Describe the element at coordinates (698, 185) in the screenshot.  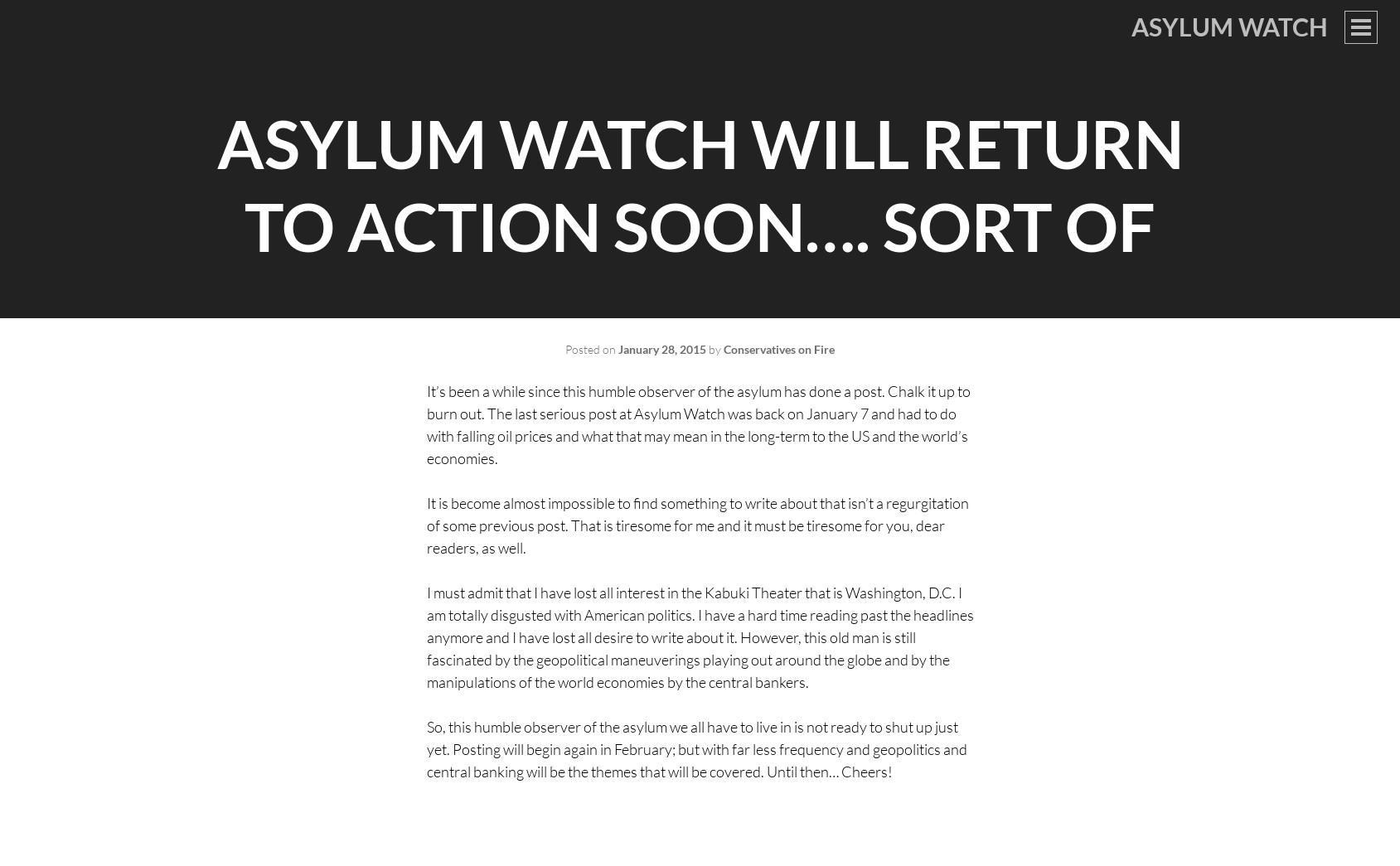
I see `'Asylum Watch Will Return To Action Soon…. Sort Of'` at that location.